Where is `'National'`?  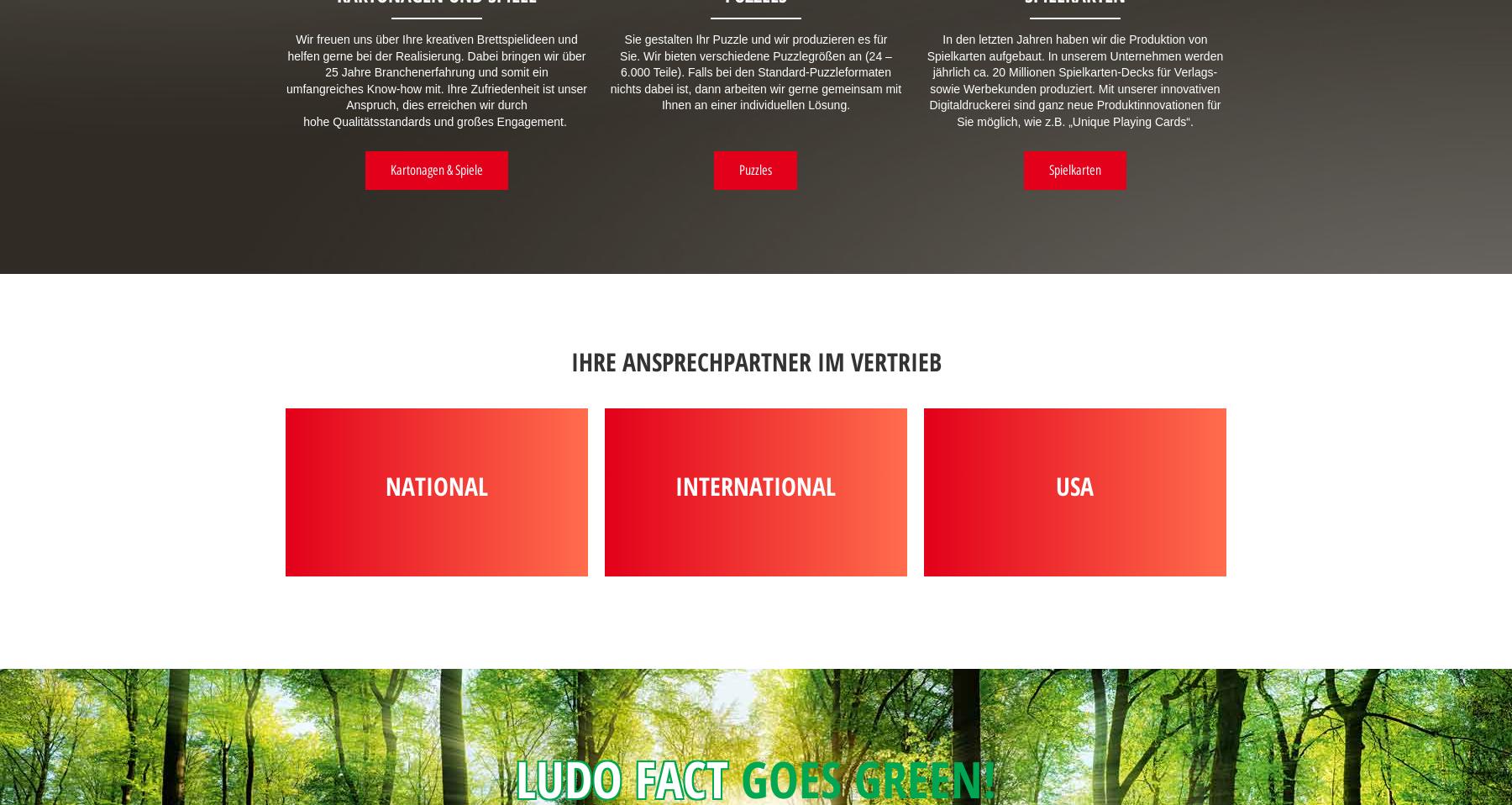 'National' is located at coordinates (434, 485).